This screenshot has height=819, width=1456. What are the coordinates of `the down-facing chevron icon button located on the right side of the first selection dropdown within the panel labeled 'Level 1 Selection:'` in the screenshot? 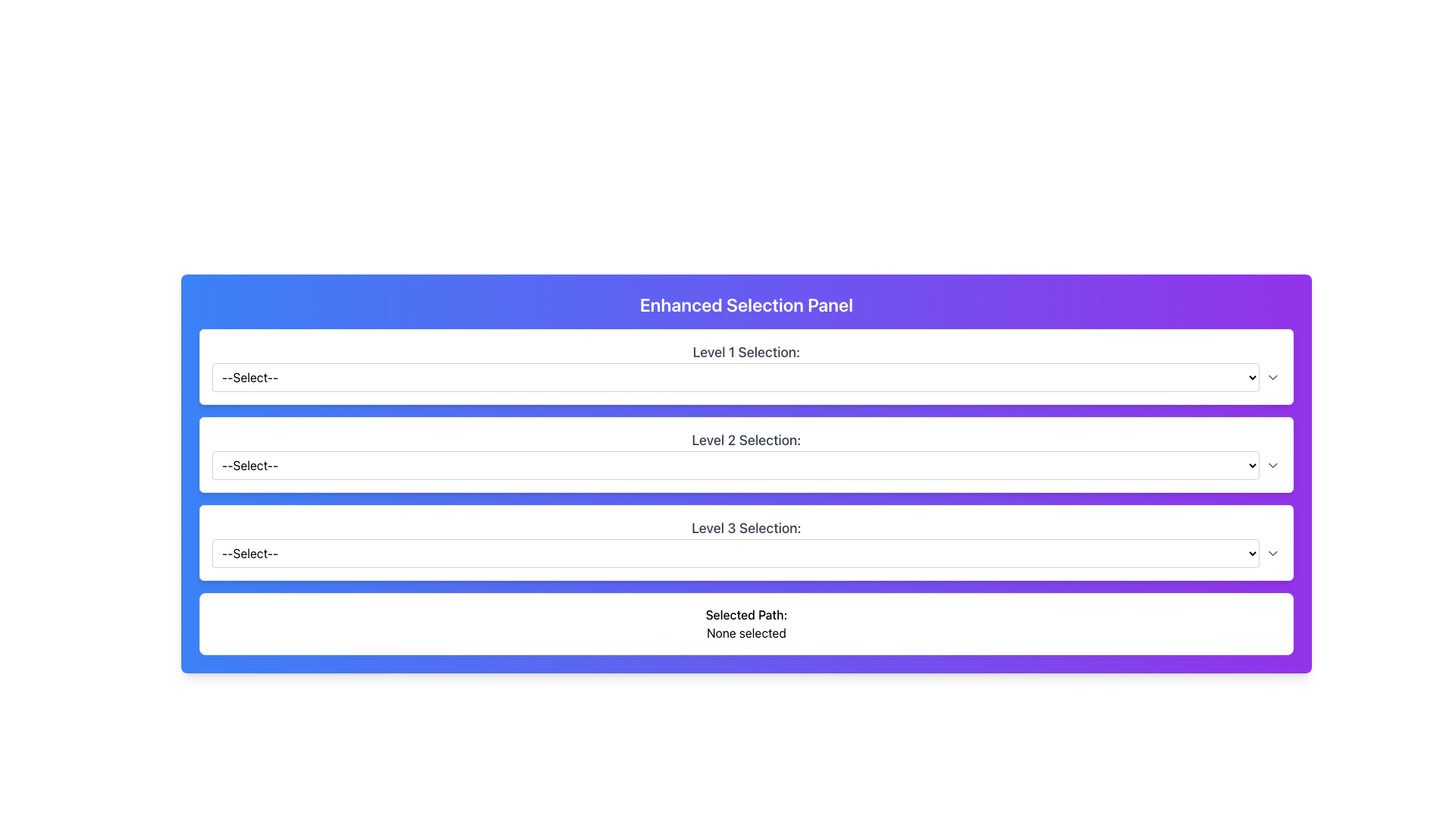 It's located at (1273, 376).